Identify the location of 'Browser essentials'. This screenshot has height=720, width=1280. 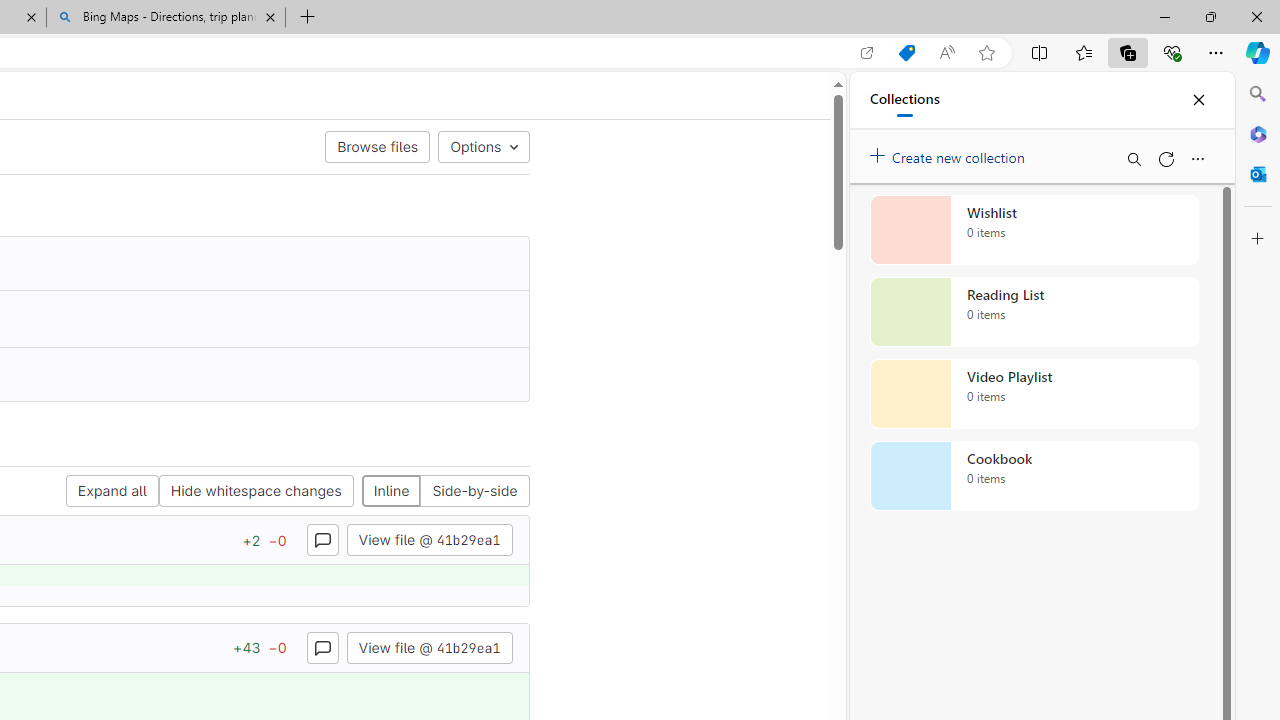
(1171, 51).